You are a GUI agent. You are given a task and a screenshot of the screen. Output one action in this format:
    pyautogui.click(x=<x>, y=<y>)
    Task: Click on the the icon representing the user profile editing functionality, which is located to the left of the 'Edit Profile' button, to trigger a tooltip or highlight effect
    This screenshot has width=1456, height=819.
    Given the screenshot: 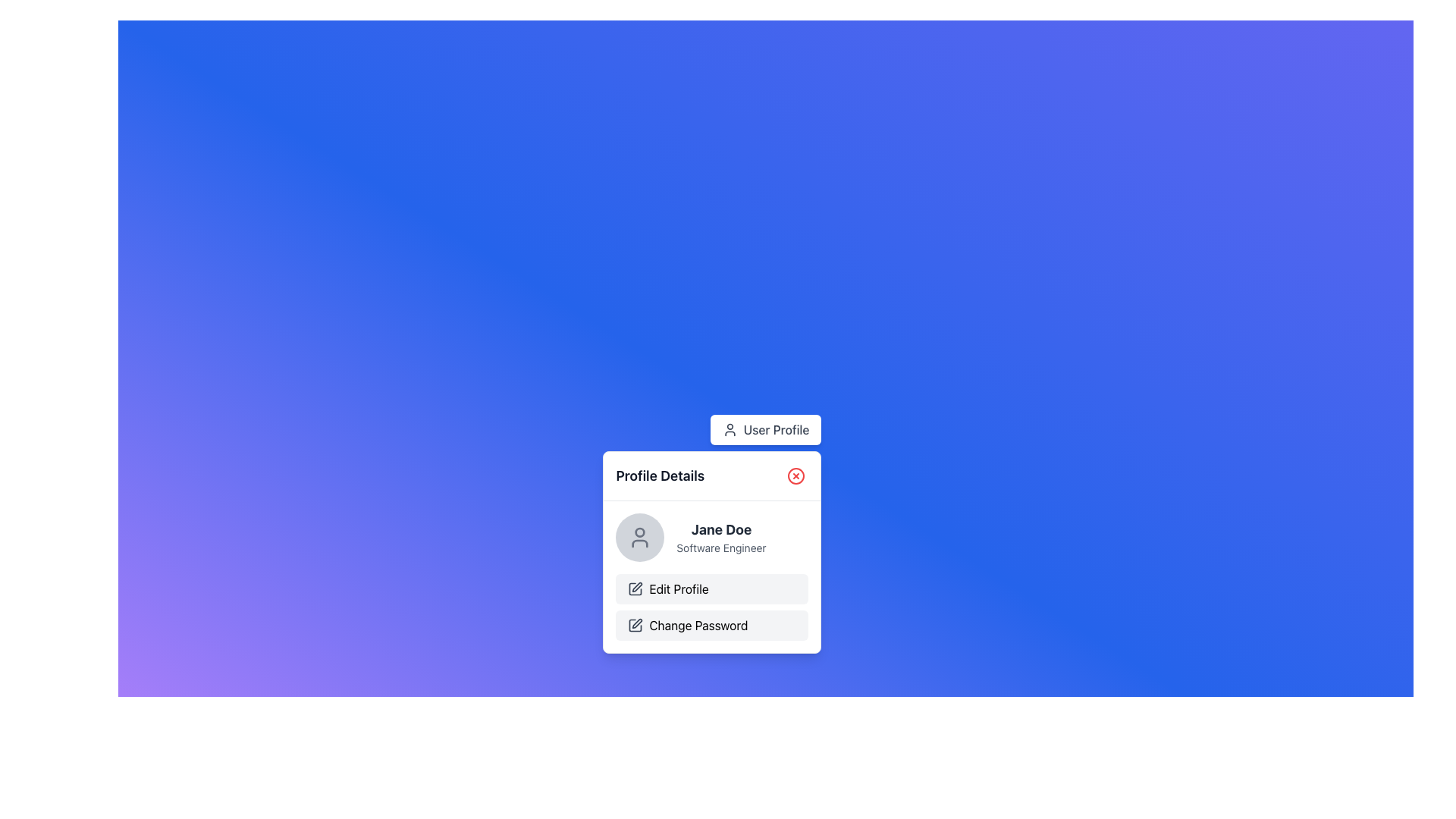 What is the action you would take?
    pyautogui.click(x=637, y=586)
    